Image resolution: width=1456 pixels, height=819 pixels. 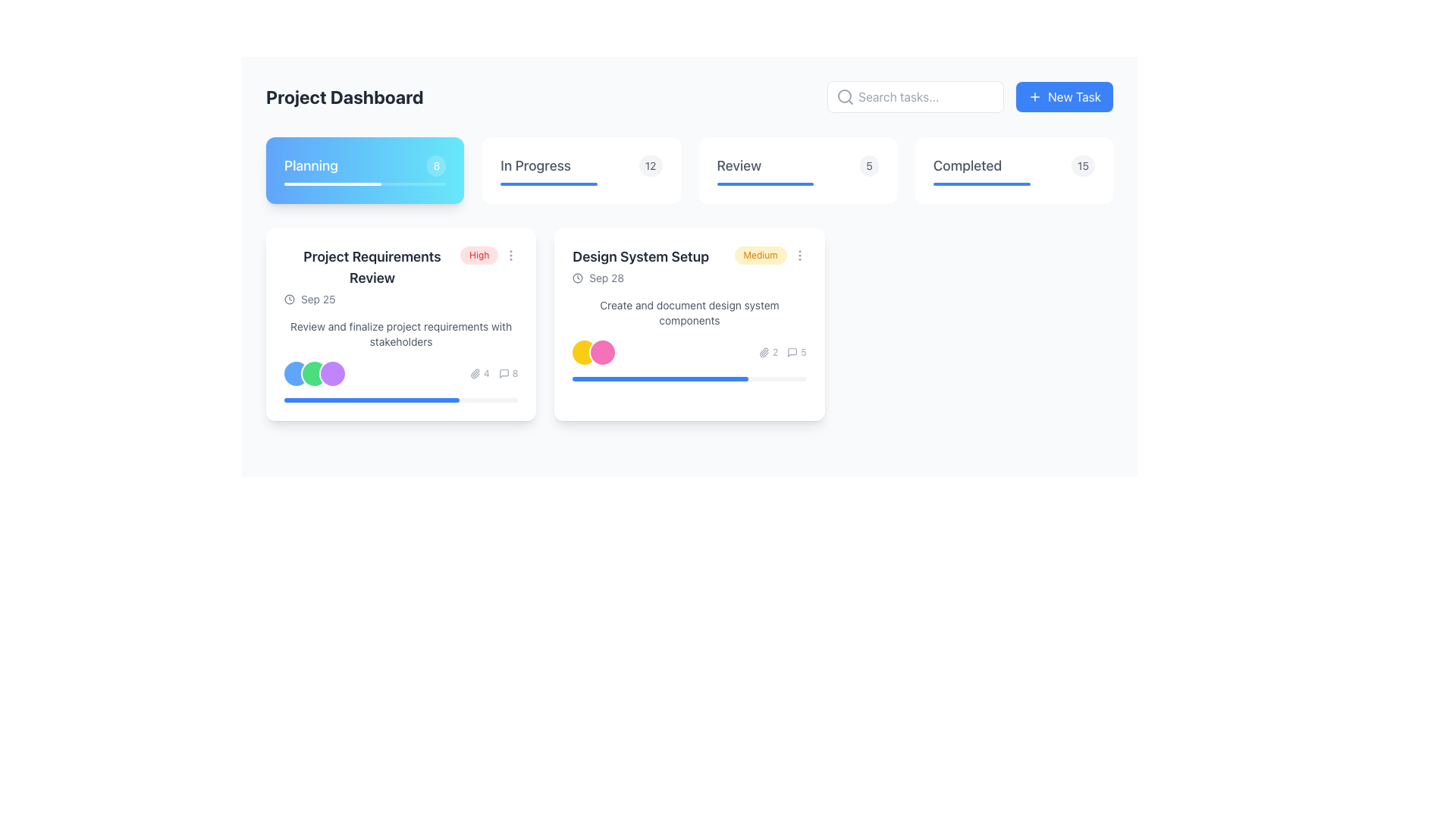 I want to click on the small speech bubble-like icon located to the left of the number '5' in the lower-right area of the 'Design System Setup' card, so click(x=792, y=353).